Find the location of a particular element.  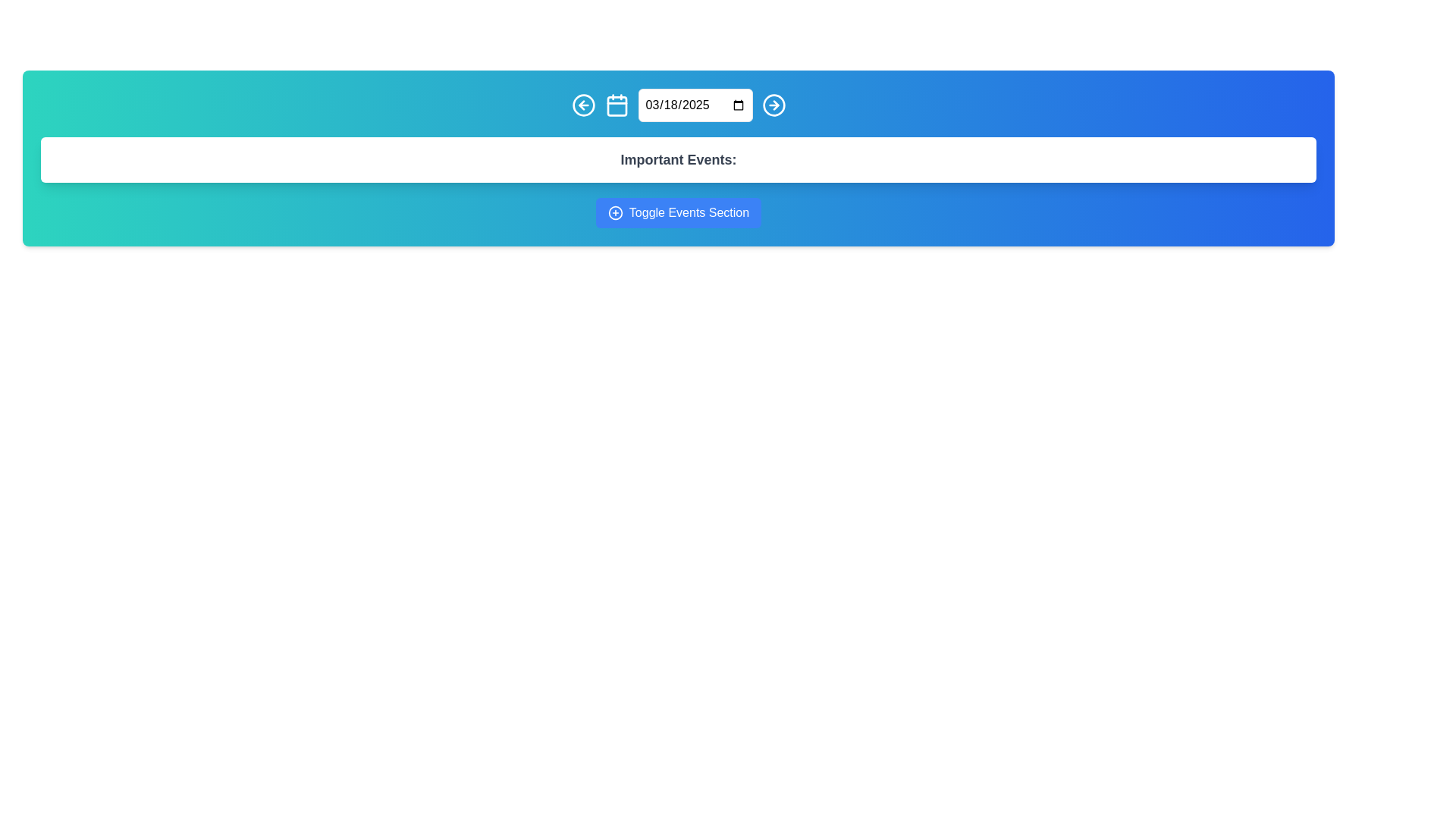

the circular boundary SVG element located in the top-right corner of the navigation bar is located at coordinates (773, 104).